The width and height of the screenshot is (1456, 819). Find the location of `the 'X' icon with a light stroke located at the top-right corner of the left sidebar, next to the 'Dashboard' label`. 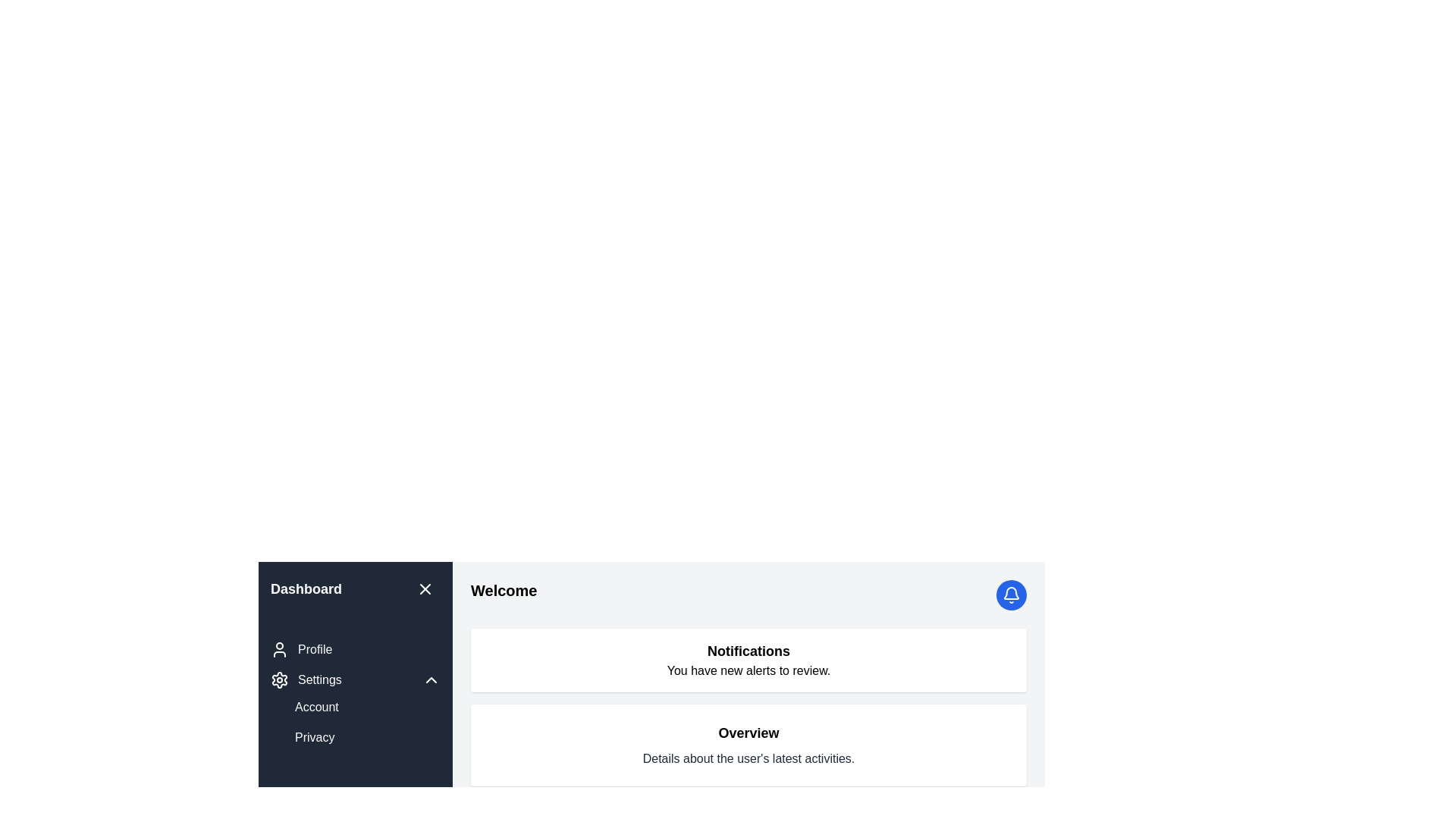

the 'X' icon with a light stroke located at the top-right corner of the left sidebar, next to the 'Dashboard' label is located at coordinates (425, 588).